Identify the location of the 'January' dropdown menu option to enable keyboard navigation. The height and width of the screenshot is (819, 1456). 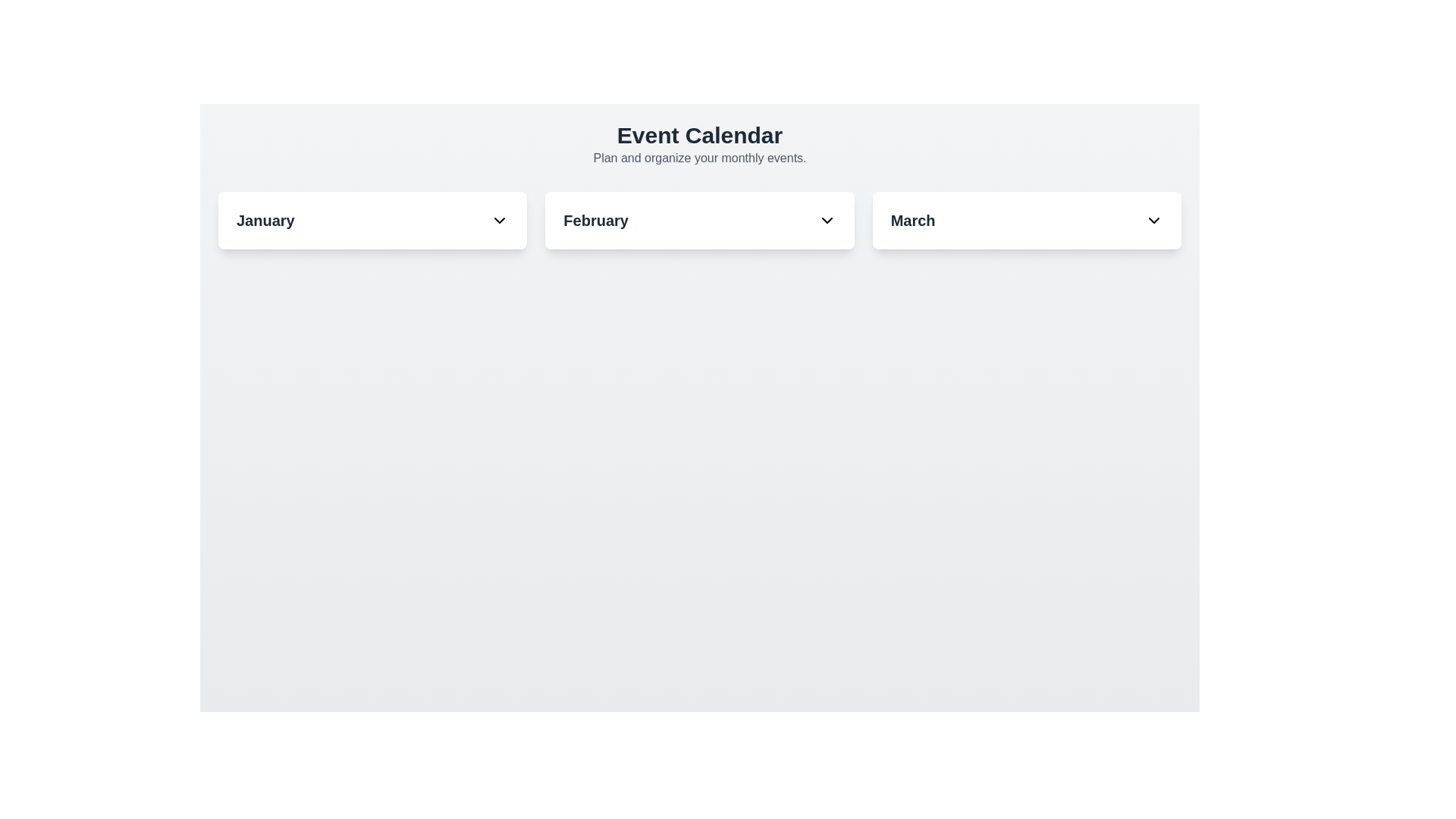
(372, 220).